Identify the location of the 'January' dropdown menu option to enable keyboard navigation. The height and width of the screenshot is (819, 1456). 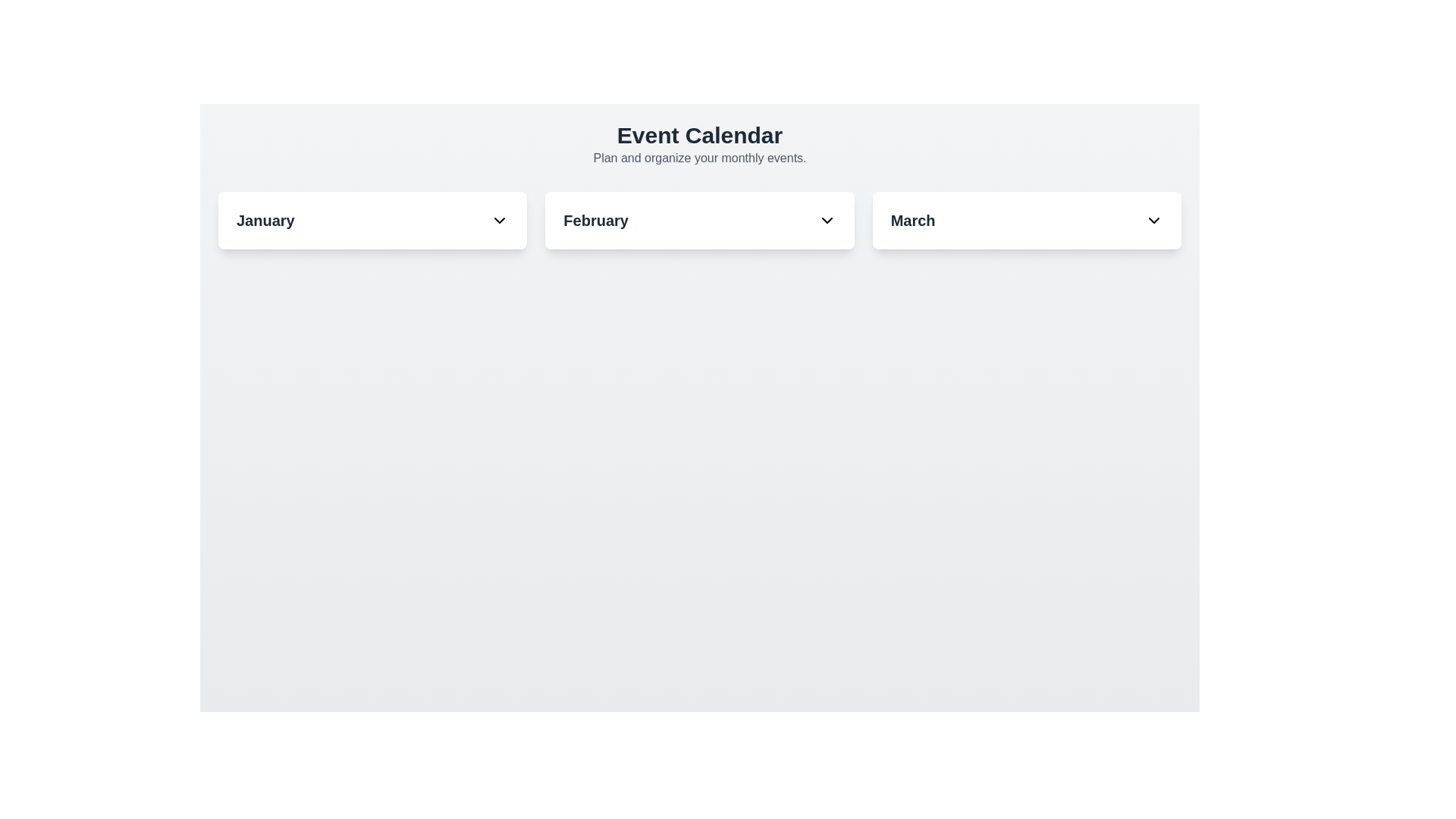
(372, 220).